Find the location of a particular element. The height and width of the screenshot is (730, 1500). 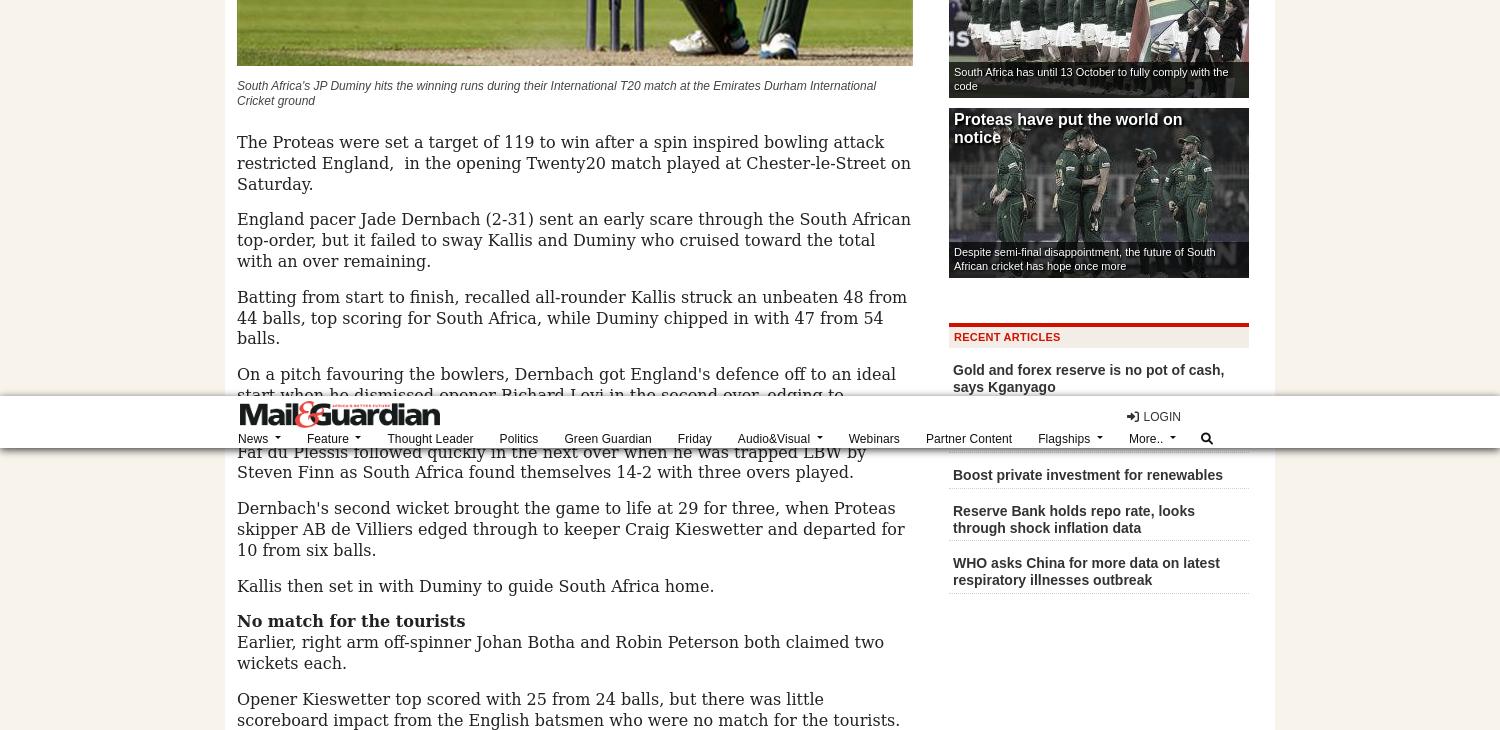

'LinkedIn' is located at coordinates (547, 145).